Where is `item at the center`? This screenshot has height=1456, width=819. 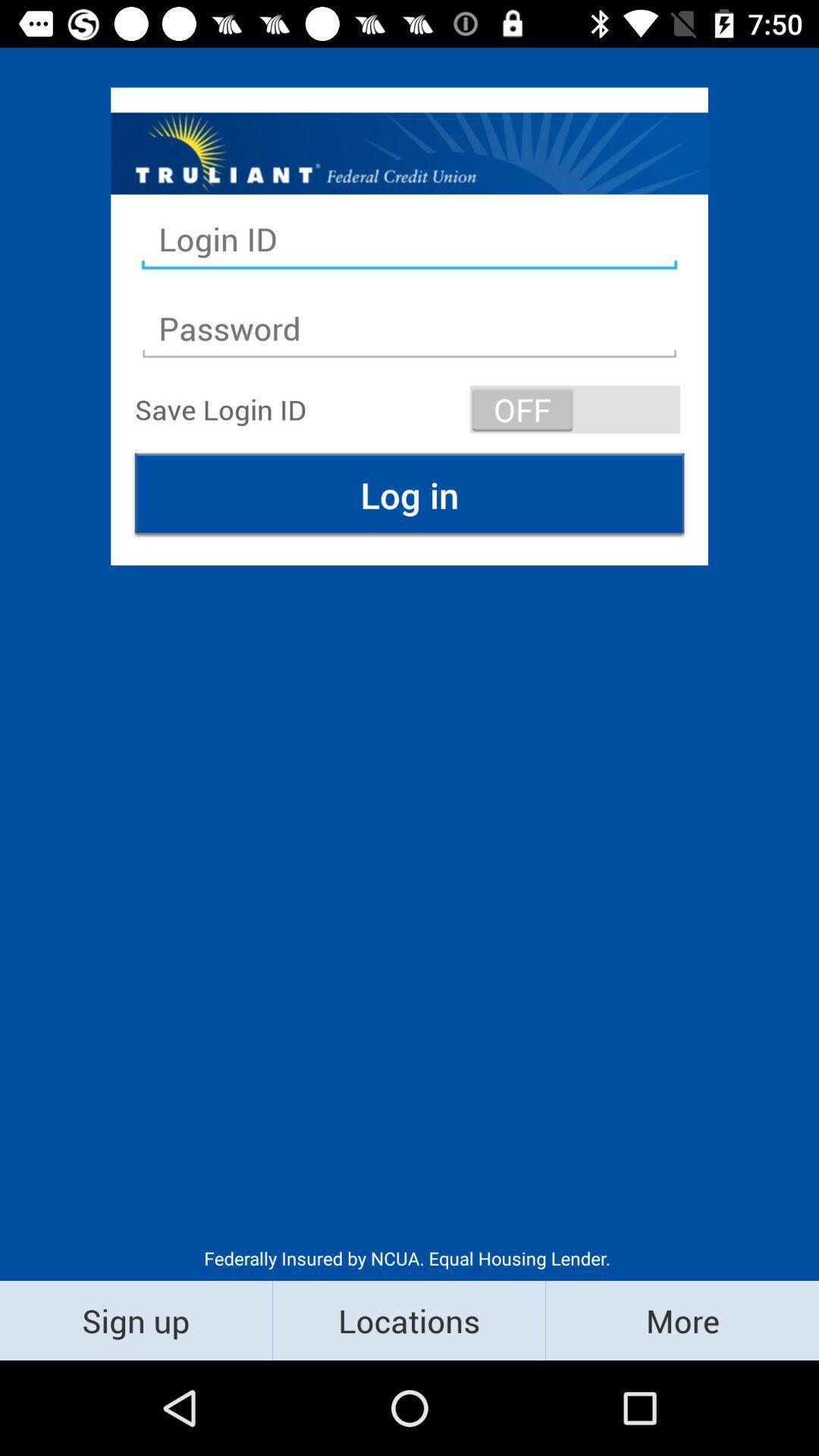
item at the center is located at coordinates (409, 494).